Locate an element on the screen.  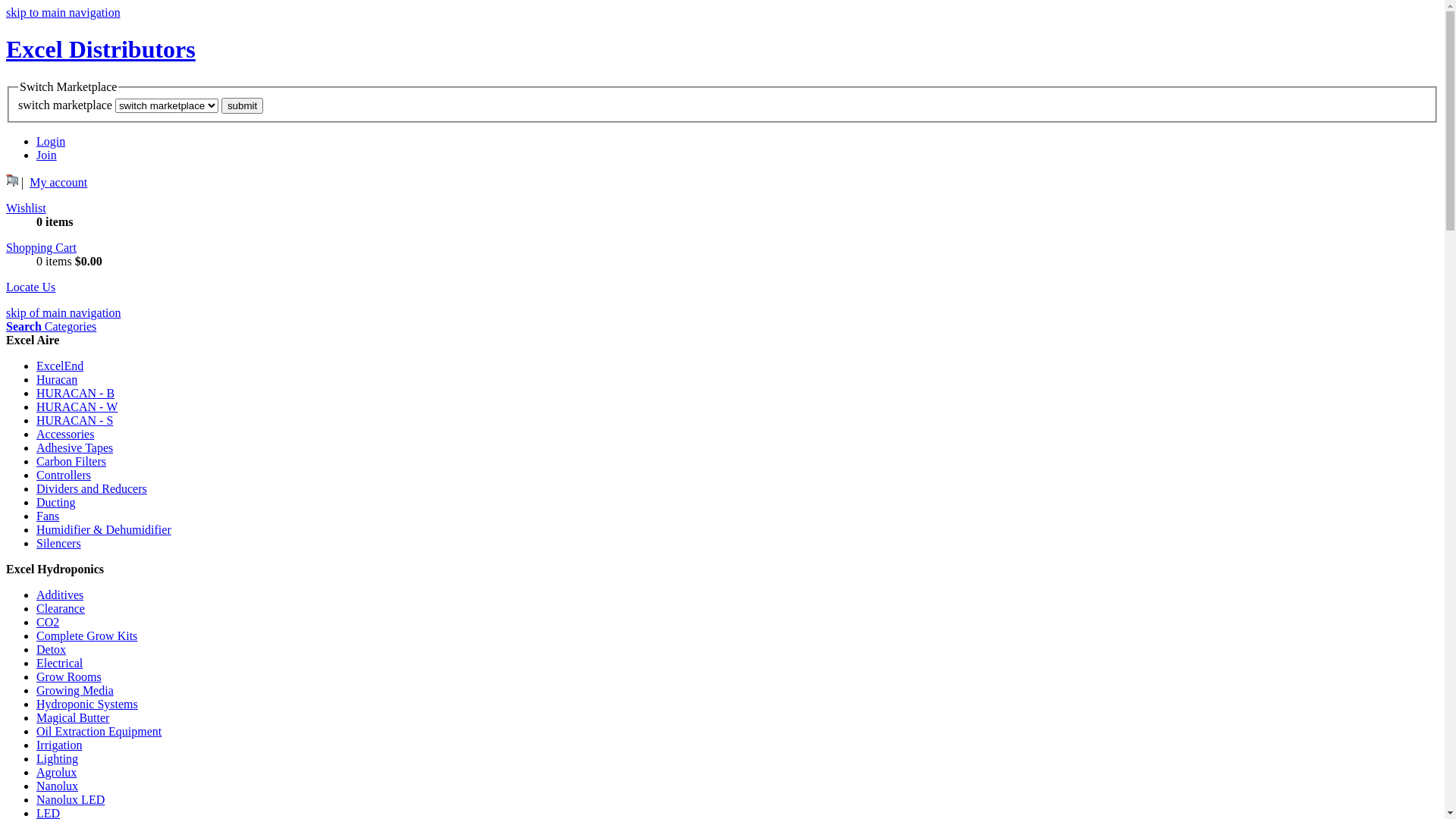
'Join' is located at coordinates (36, 155).